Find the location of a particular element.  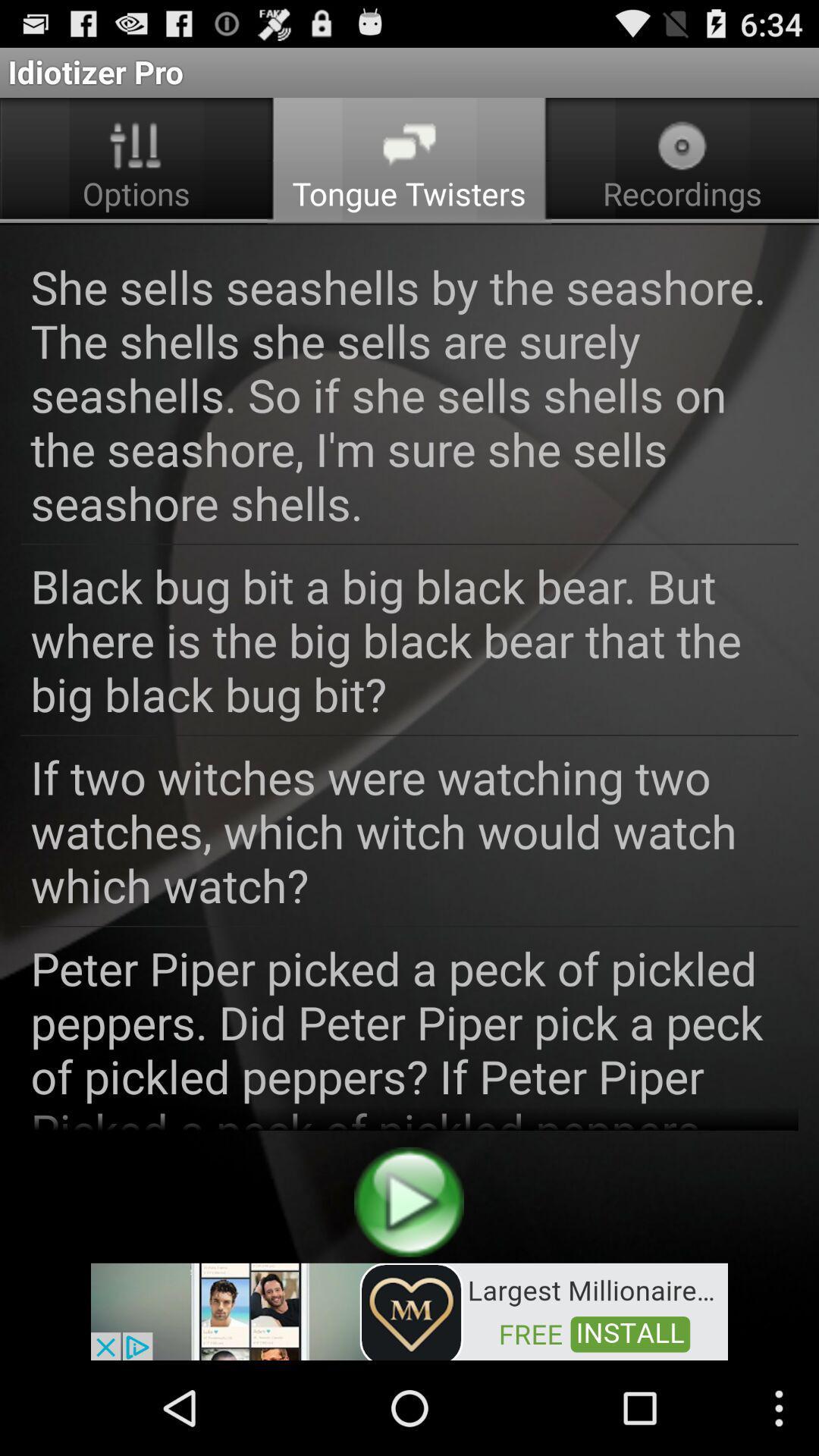

to view add is located at coordinates (409, 1310).